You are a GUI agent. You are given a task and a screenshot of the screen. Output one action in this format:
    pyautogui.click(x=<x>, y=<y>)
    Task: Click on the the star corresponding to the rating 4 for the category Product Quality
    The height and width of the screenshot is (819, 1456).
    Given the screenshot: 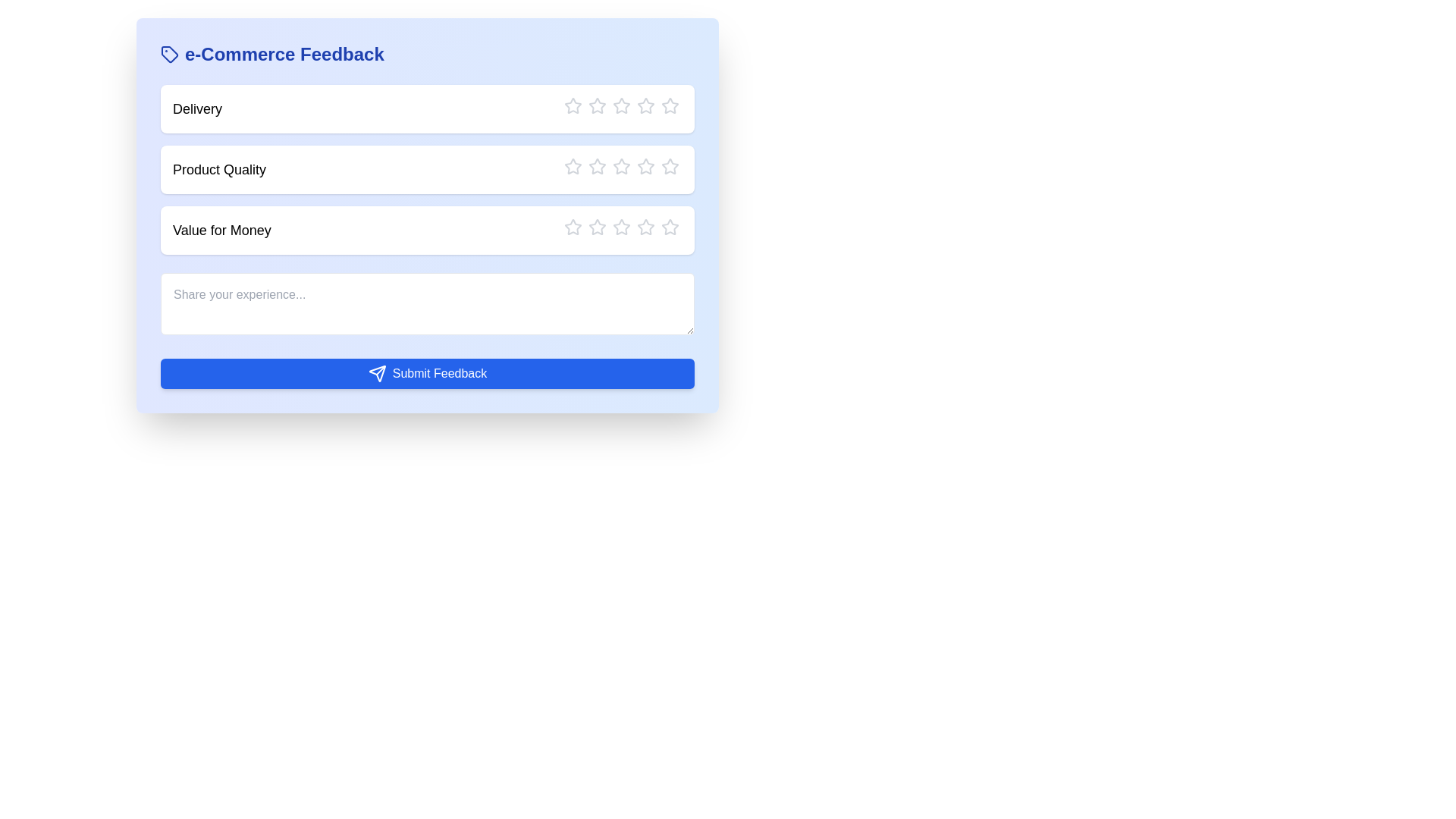 What is the action you would take?
    pyautogui.click(x=637, y=166)
    